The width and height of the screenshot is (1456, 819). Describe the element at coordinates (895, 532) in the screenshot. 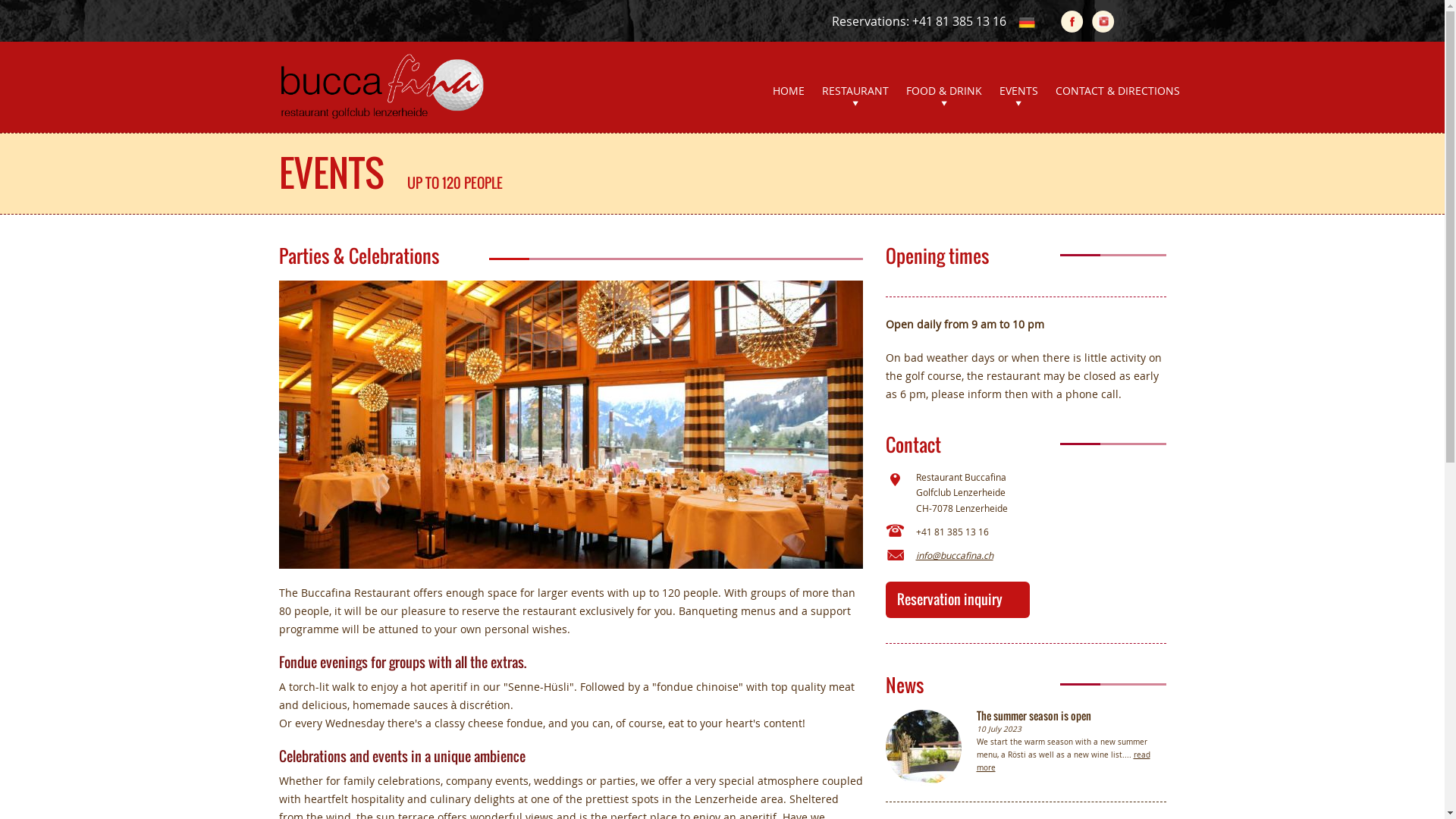

I see `'Phone'` at that location.